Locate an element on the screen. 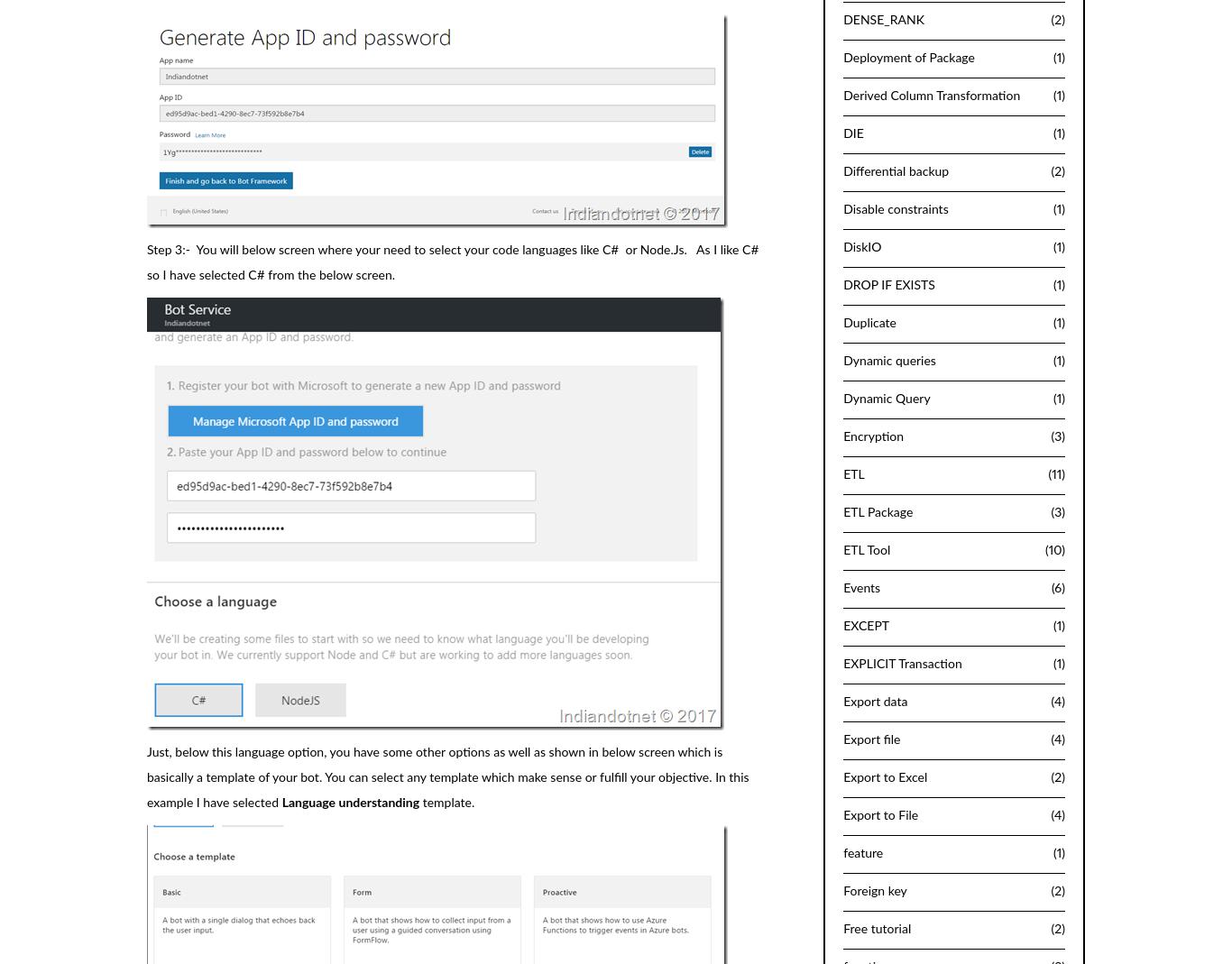 This screenshot has height=964, width=1232. 'Language understanding' is located at coordinates (349, 802).